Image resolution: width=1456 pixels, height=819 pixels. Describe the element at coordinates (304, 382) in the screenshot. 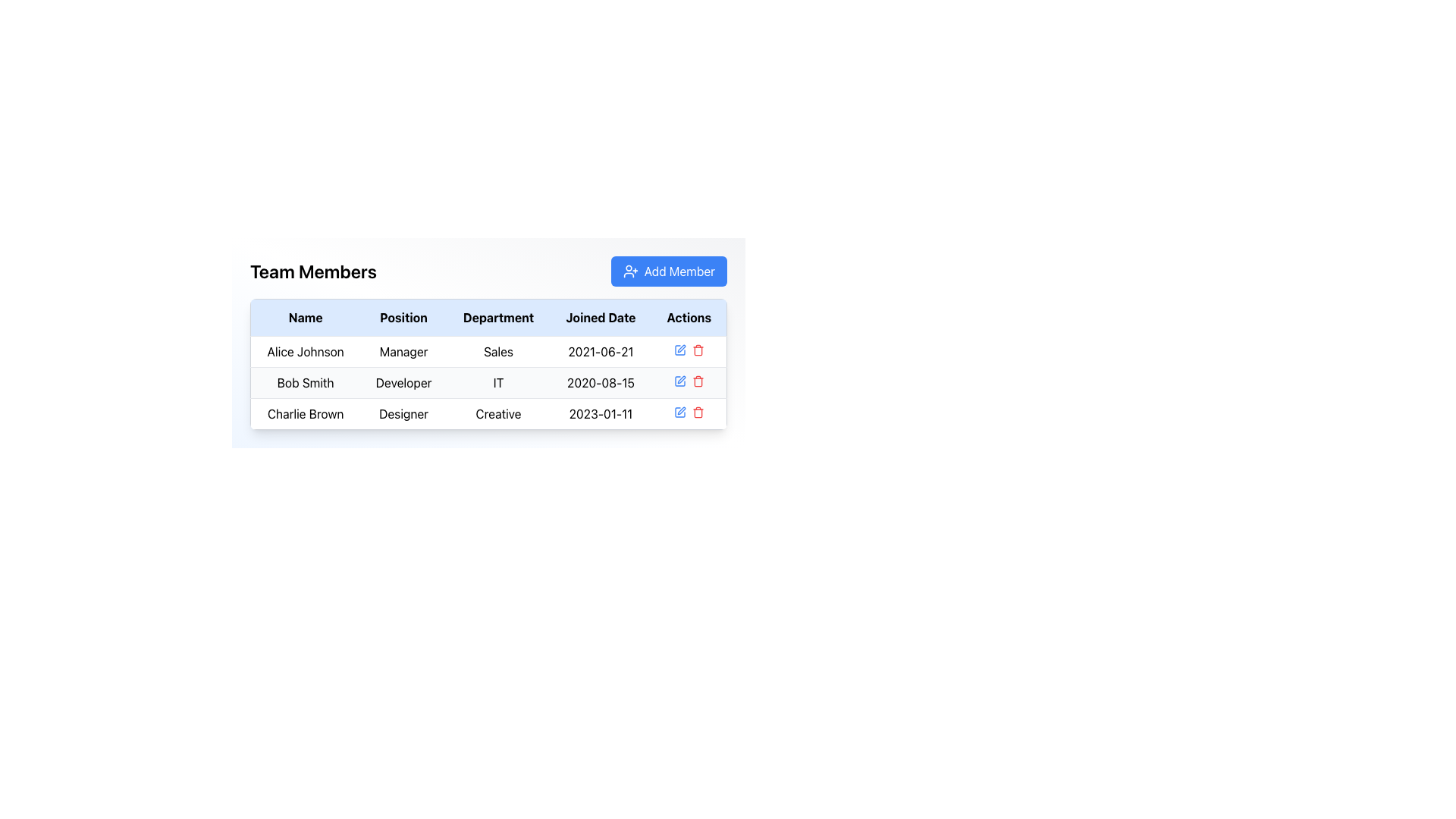

I see `the text label 'Bob Smith'` at that location.